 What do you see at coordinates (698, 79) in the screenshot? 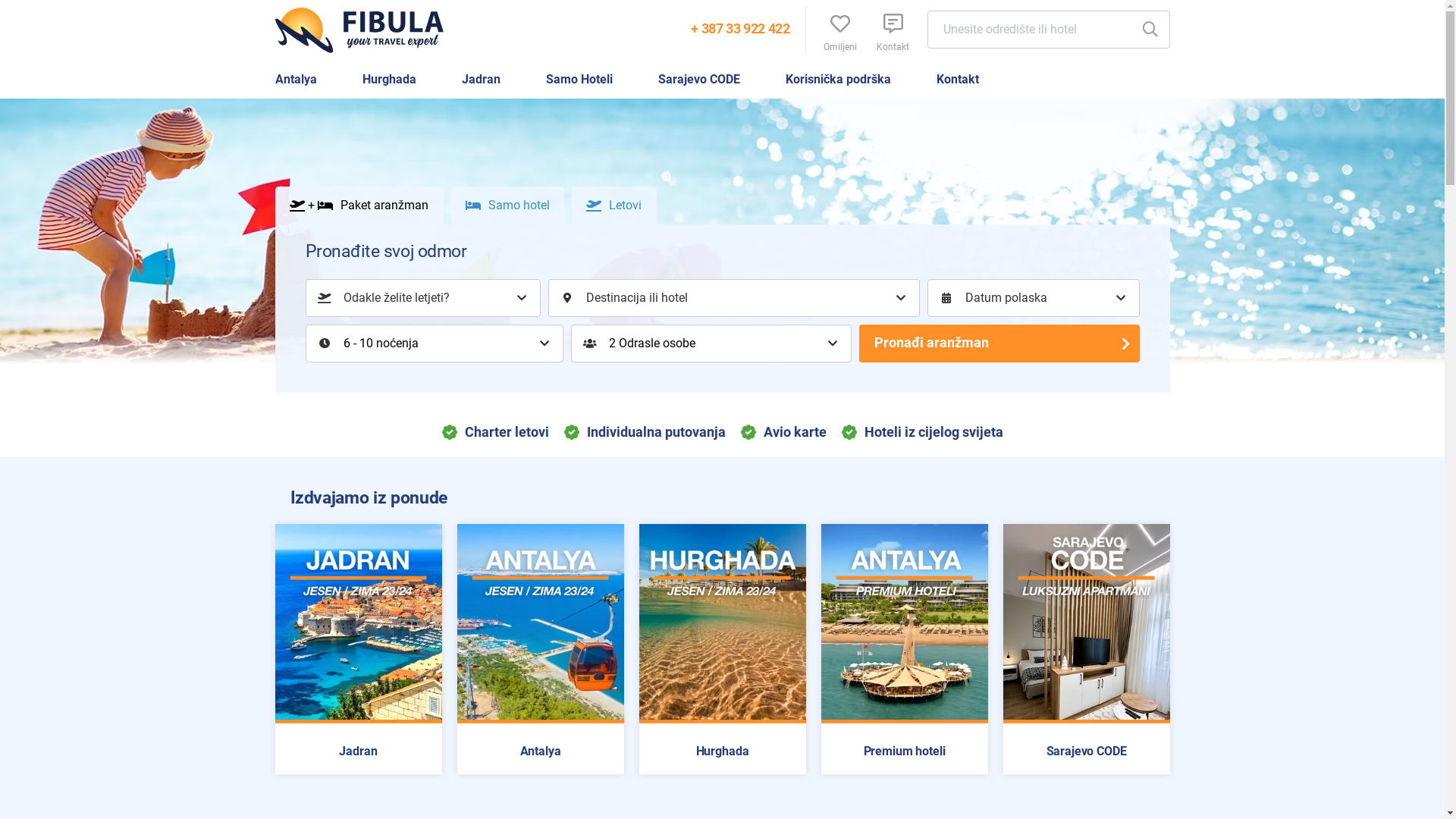
I see `'Sarajevo CODE'` at bounding box center [698, 79].